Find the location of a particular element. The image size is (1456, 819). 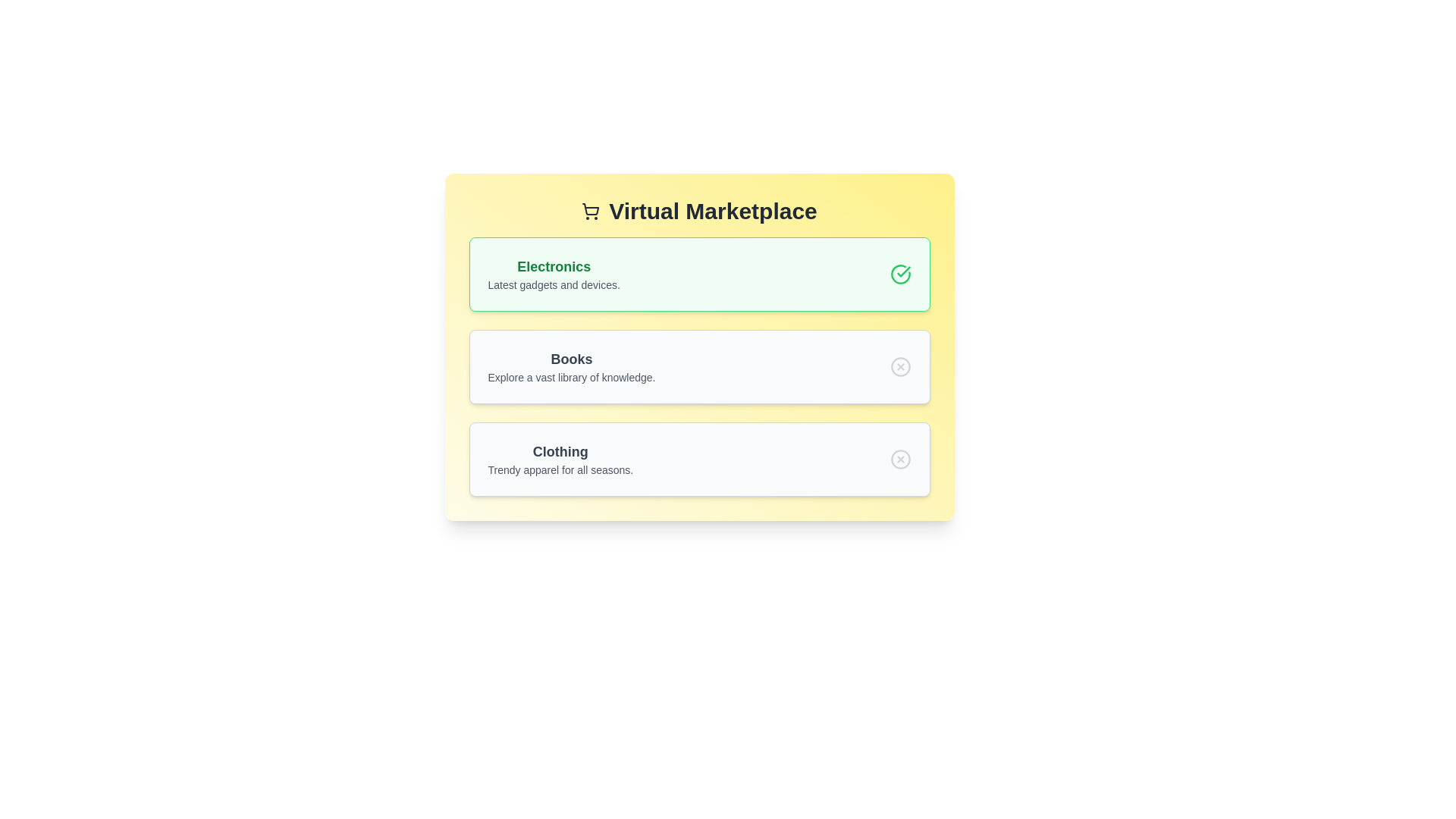

the Clothing item to explore additional interactions is located at coordinates (698, 458).